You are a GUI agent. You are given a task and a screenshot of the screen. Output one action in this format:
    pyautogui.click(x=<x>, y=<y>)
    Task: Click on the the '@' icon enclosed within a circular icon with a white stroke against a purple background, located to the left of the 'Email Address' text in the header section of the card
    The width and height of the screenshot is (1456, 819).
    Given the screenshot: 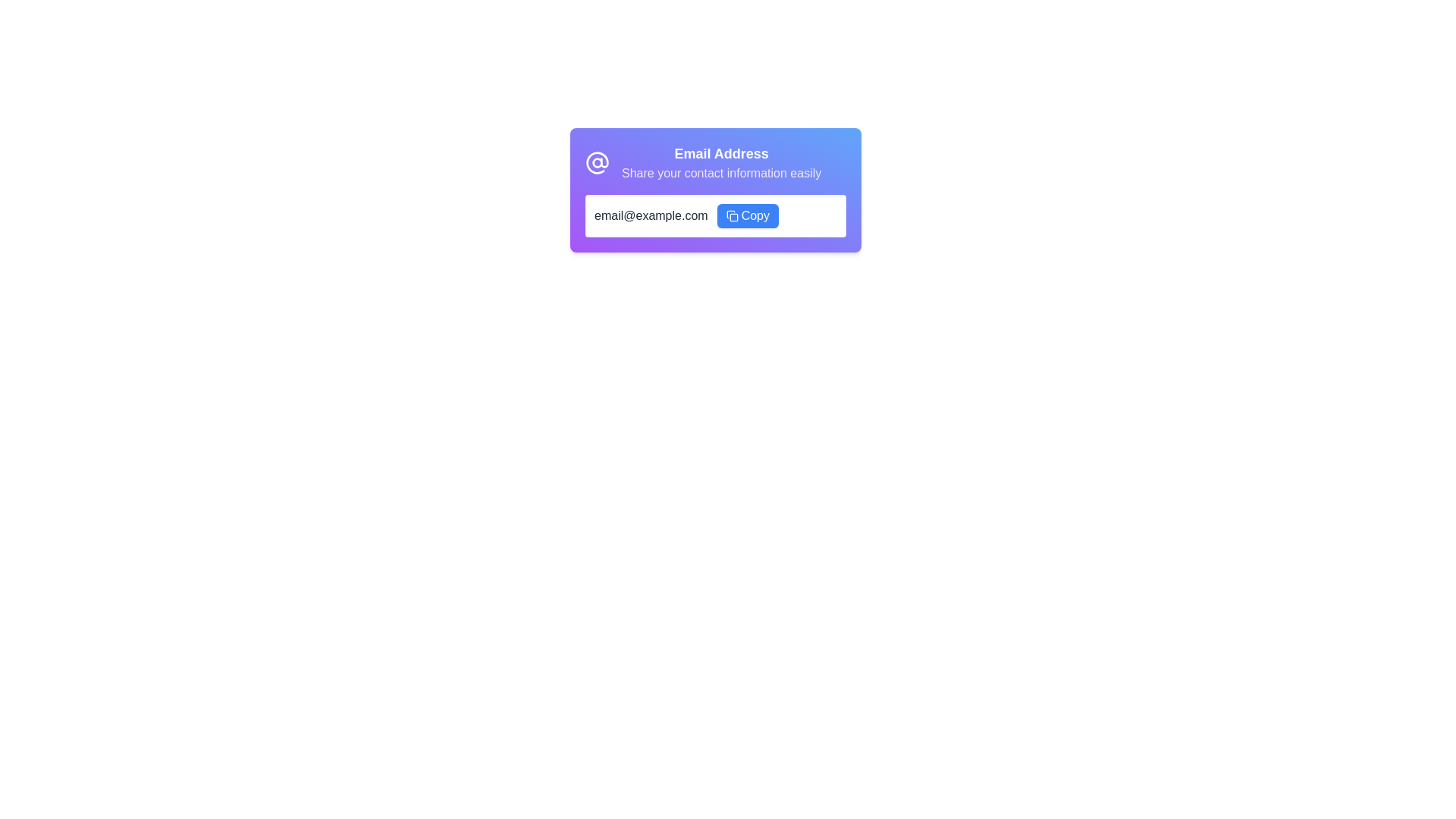 What is the action you would take?
    pyautogui.click(x=596, y=163)
    